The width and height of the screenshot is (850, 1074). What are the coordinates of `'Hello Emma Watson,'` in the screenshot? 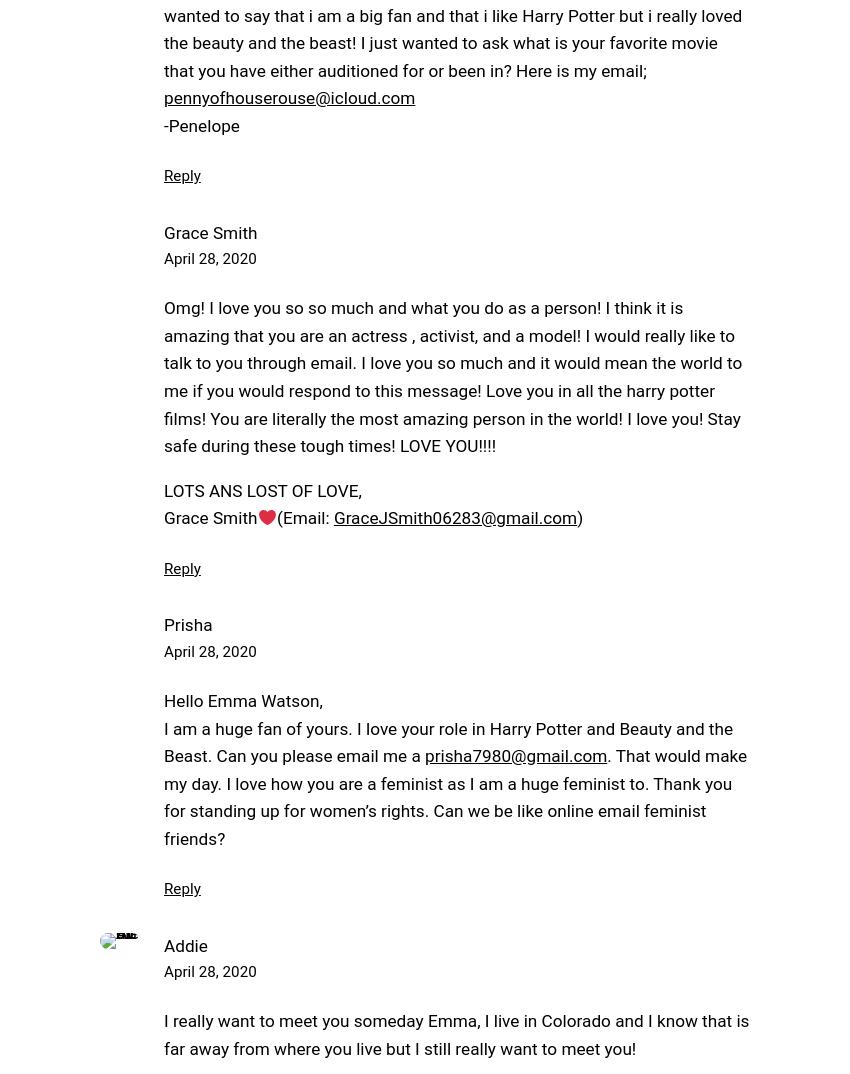 It's located at (243, 700).